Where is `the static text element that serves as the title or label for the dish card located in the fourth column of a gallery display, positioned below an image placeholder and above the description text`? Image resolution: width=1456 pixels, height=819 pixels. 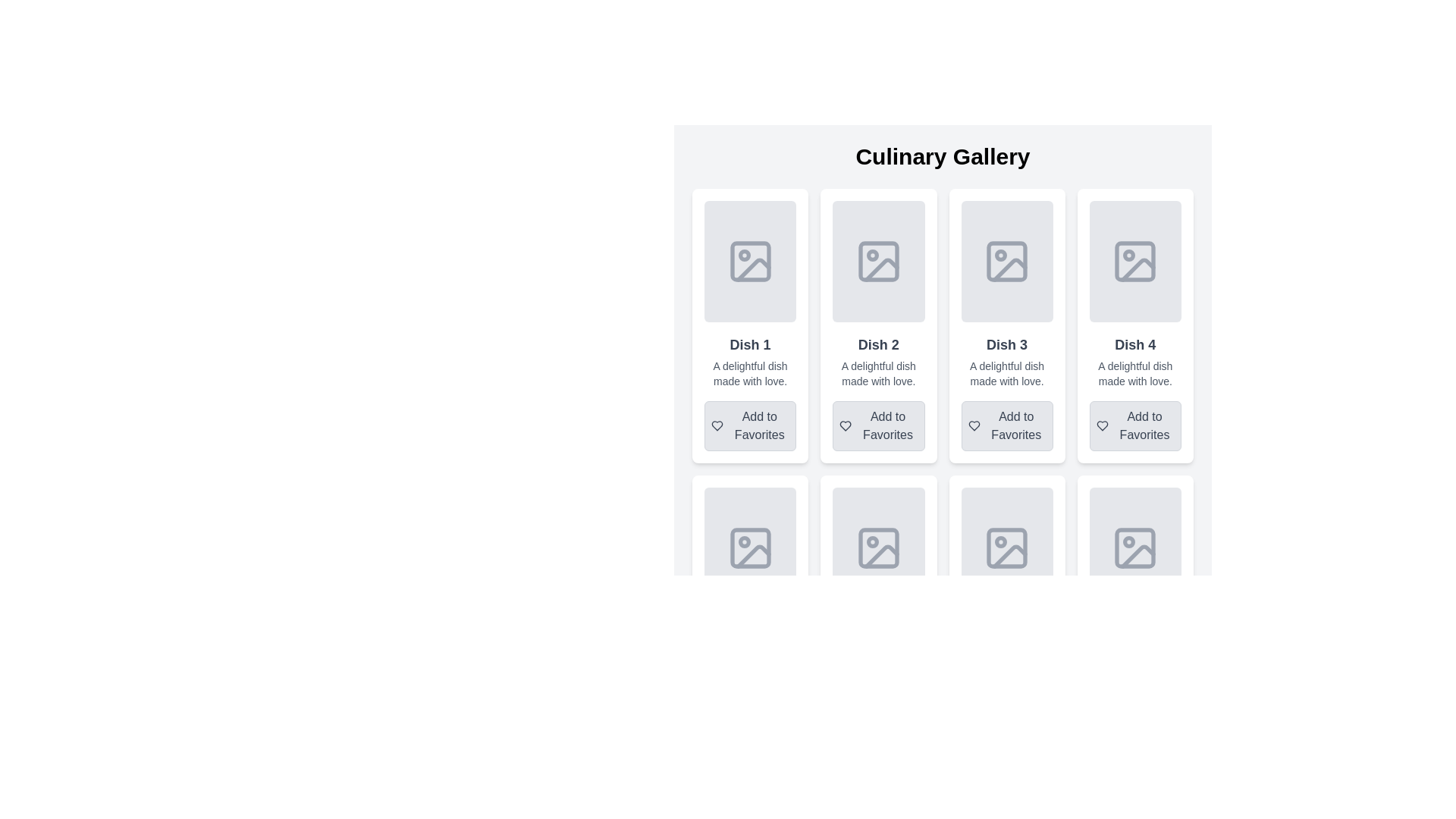
the static text element that serves as the title or label for the dish card located in the fourth column of a gallery display, positioned below an image placeholder and above the description text is located at coordinates (1135, 345).